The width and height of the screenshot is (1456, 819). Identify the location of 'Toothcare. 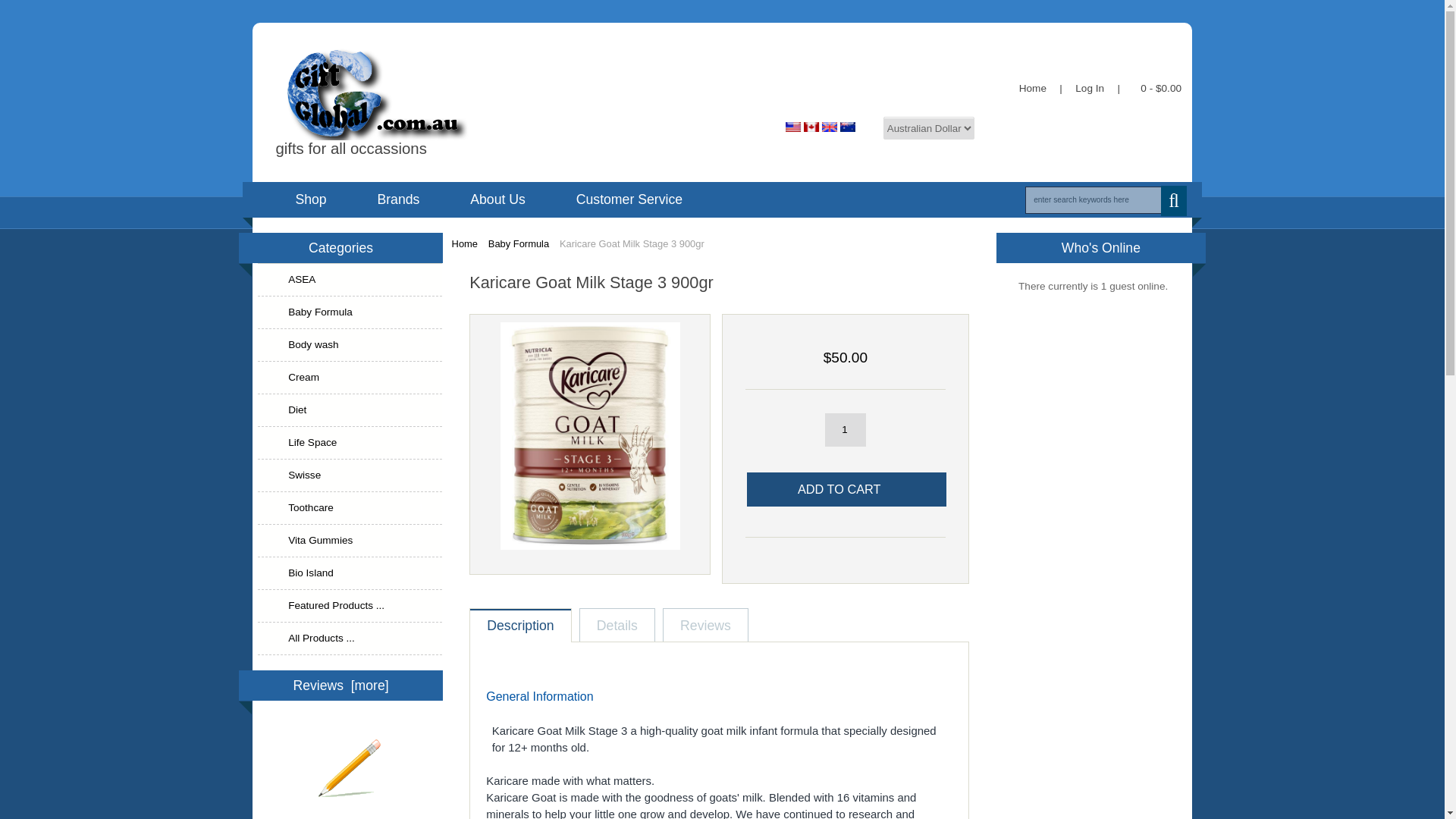
(349, 508).